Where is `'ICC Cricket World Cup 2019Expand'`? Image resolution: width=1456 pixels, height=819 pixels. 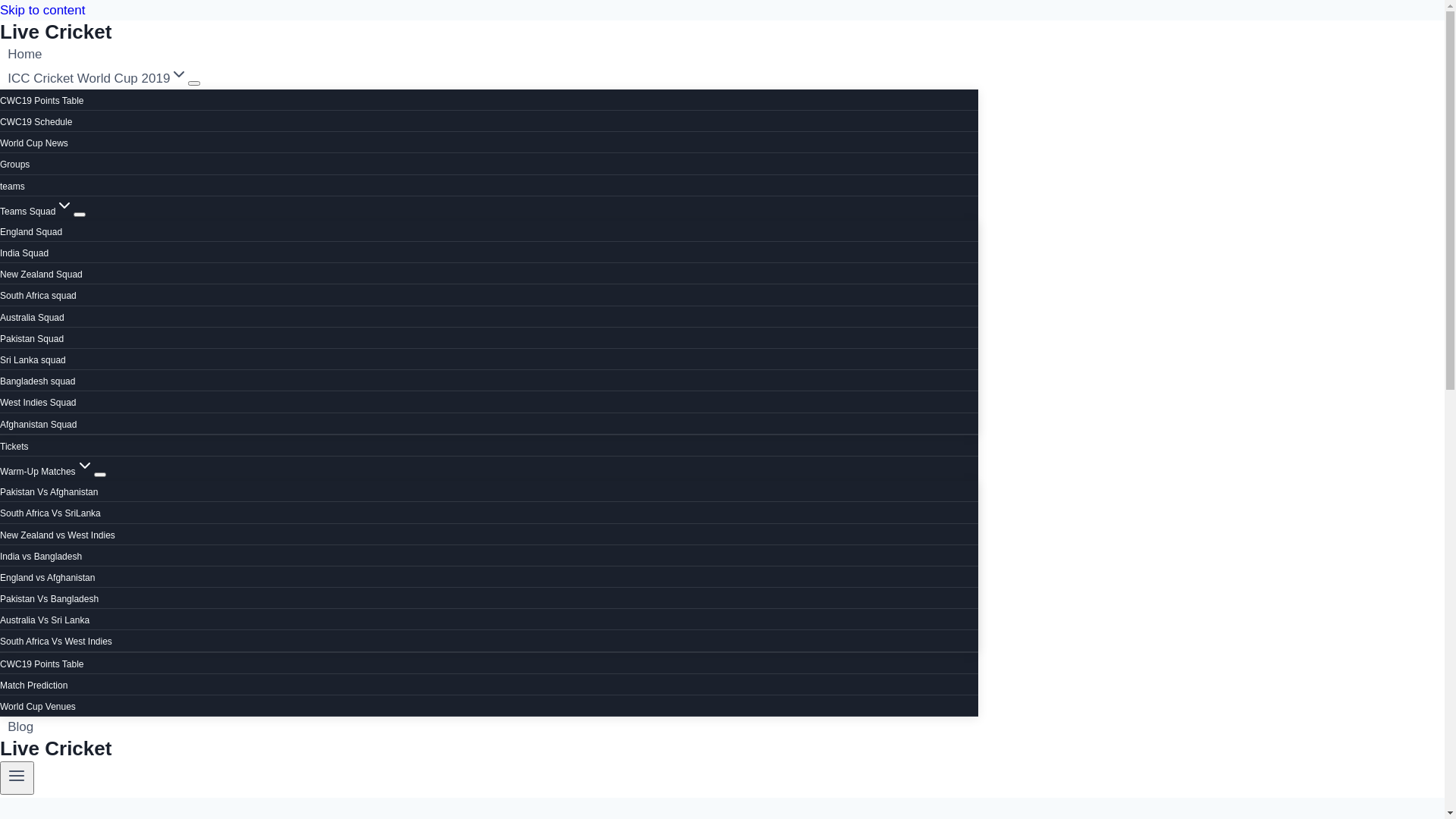
'ICC Cricket World Cup 2019Expand' is located at coordinates (97, 78).